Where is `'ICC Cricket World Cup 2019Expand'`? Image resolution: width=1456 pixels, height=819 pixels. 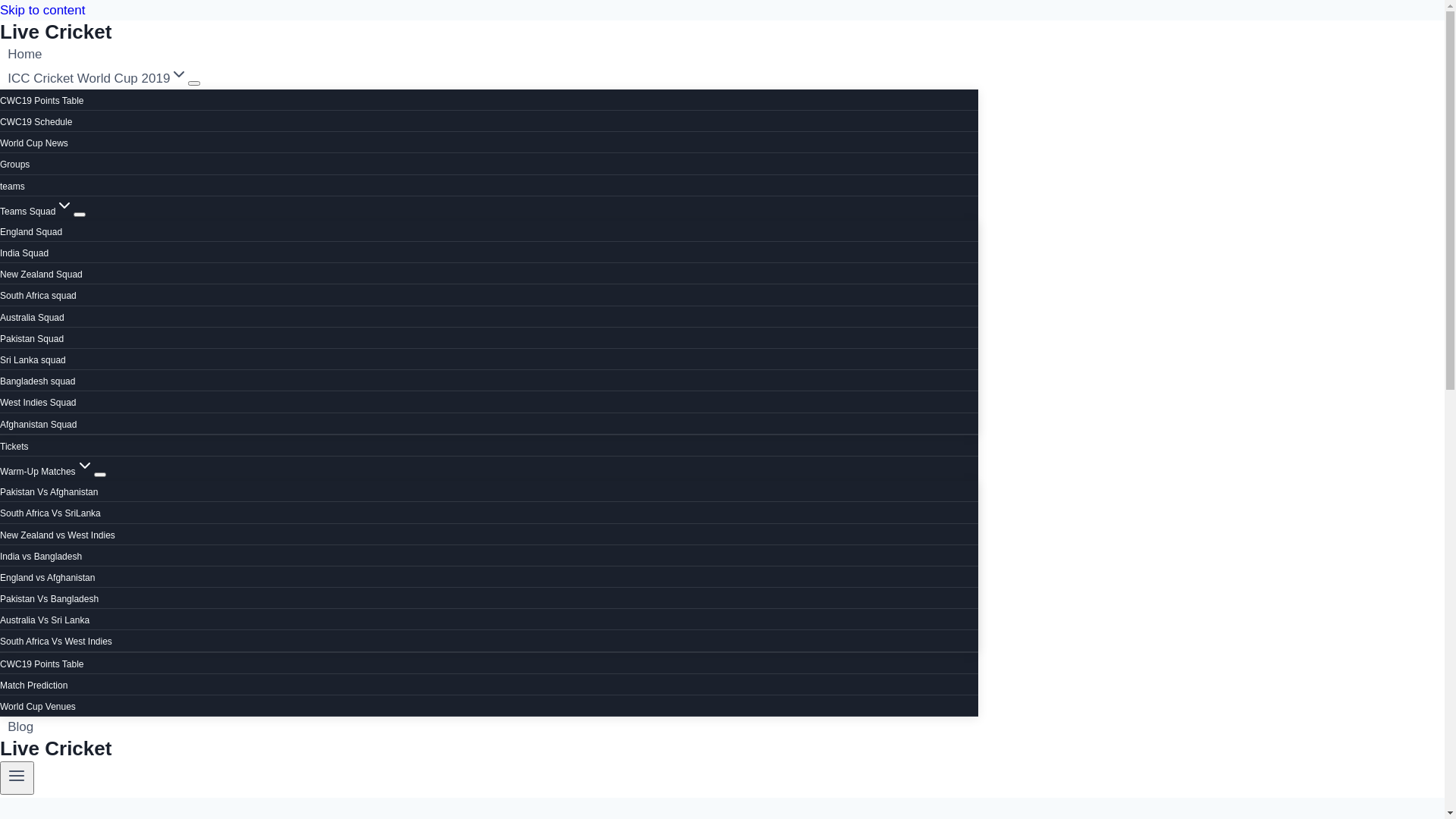
'ICC Cricket World Cup 2019Expand' is located at coordinates (97, 78).